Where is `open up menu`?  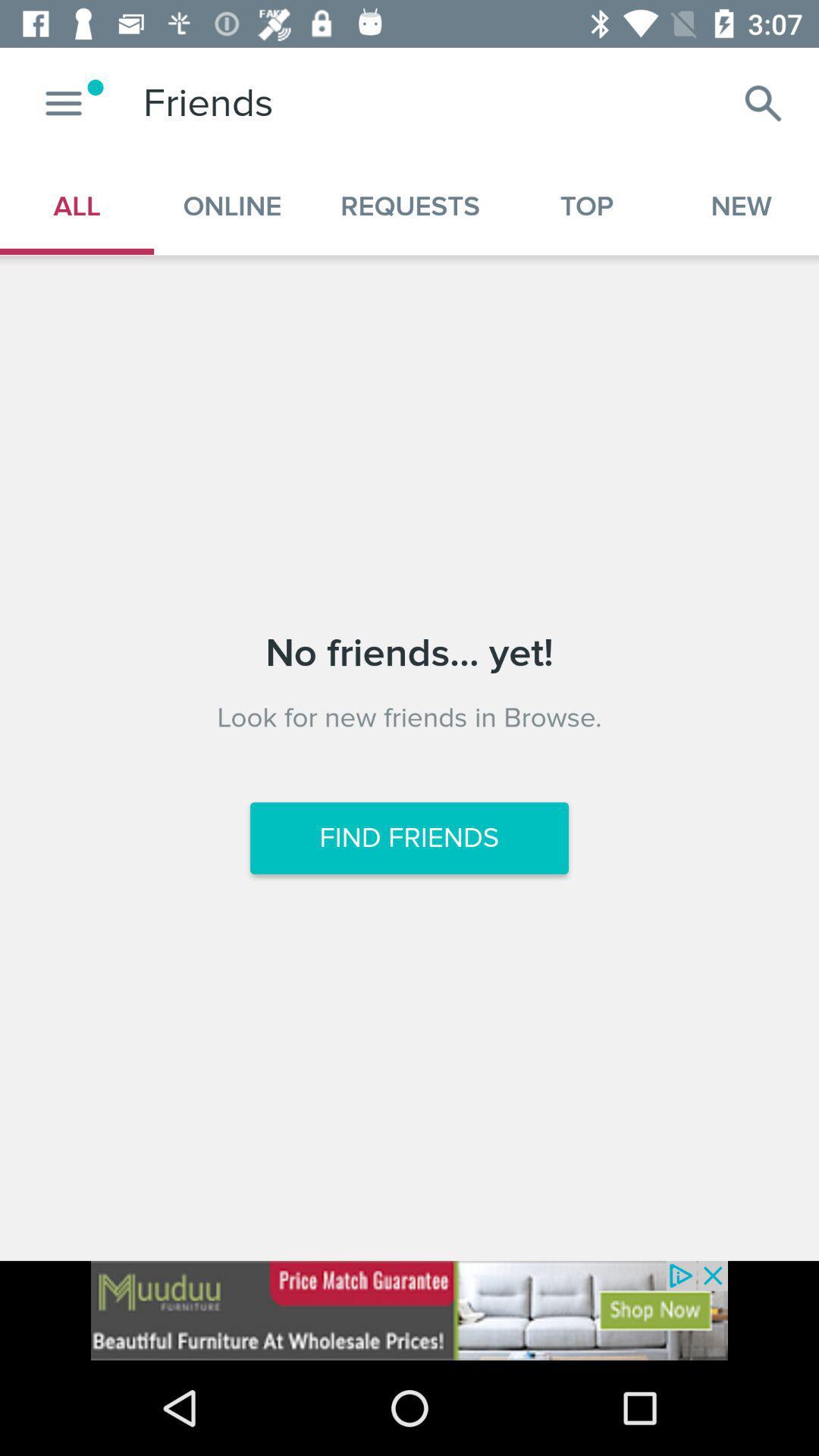
open up menu is located at coordinates (63, 102).